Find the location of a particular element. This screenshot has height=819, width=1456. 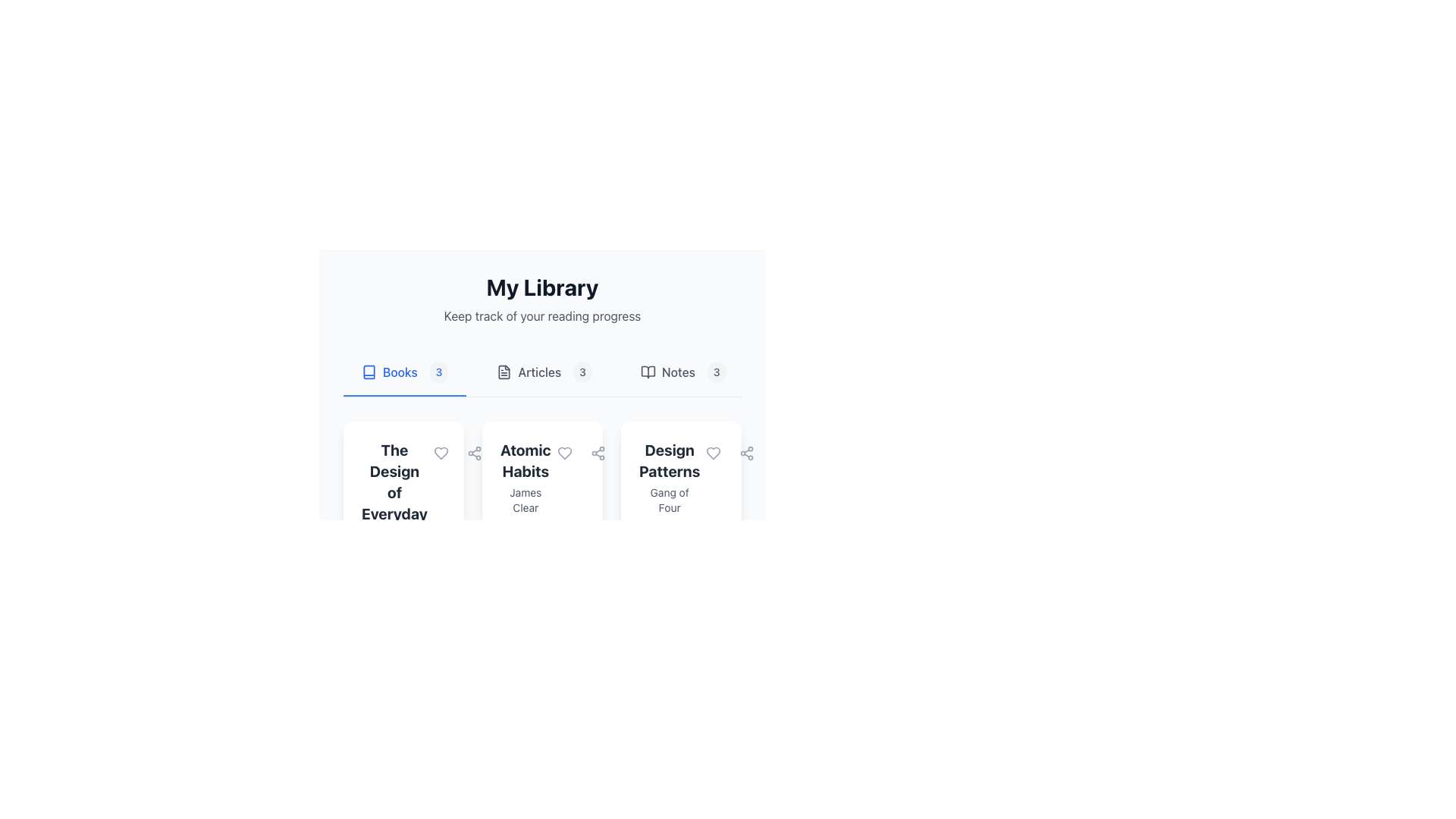

text content of the Text Label that serves as the title of a book within the library interface, positioned above the subtitle 'Don Norman' is located at coordinates (394, 493).